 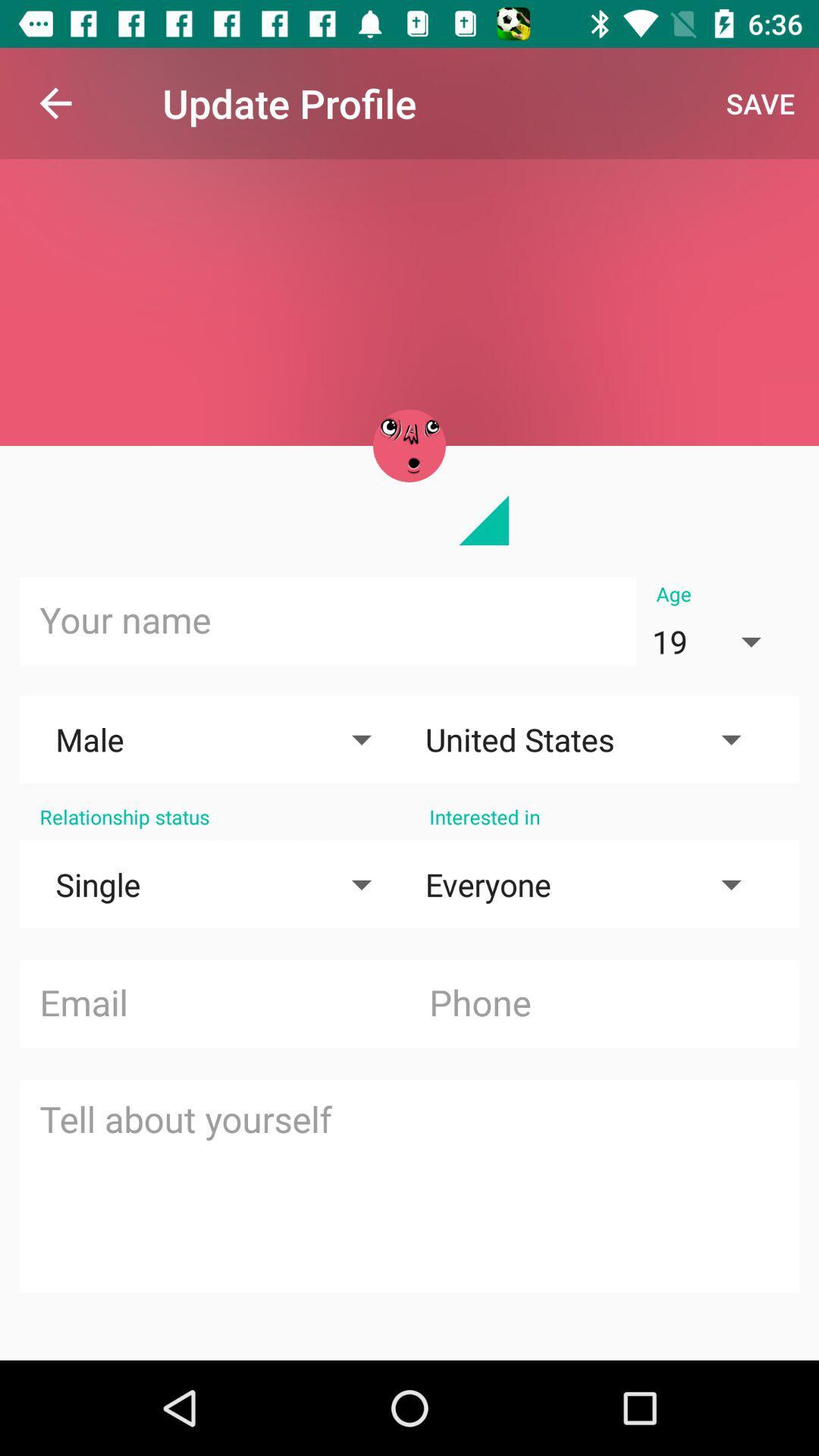 What do you see at coordinates (327, 621) in the screenshot?
I see `profile name` at bounding box center [327, 621].